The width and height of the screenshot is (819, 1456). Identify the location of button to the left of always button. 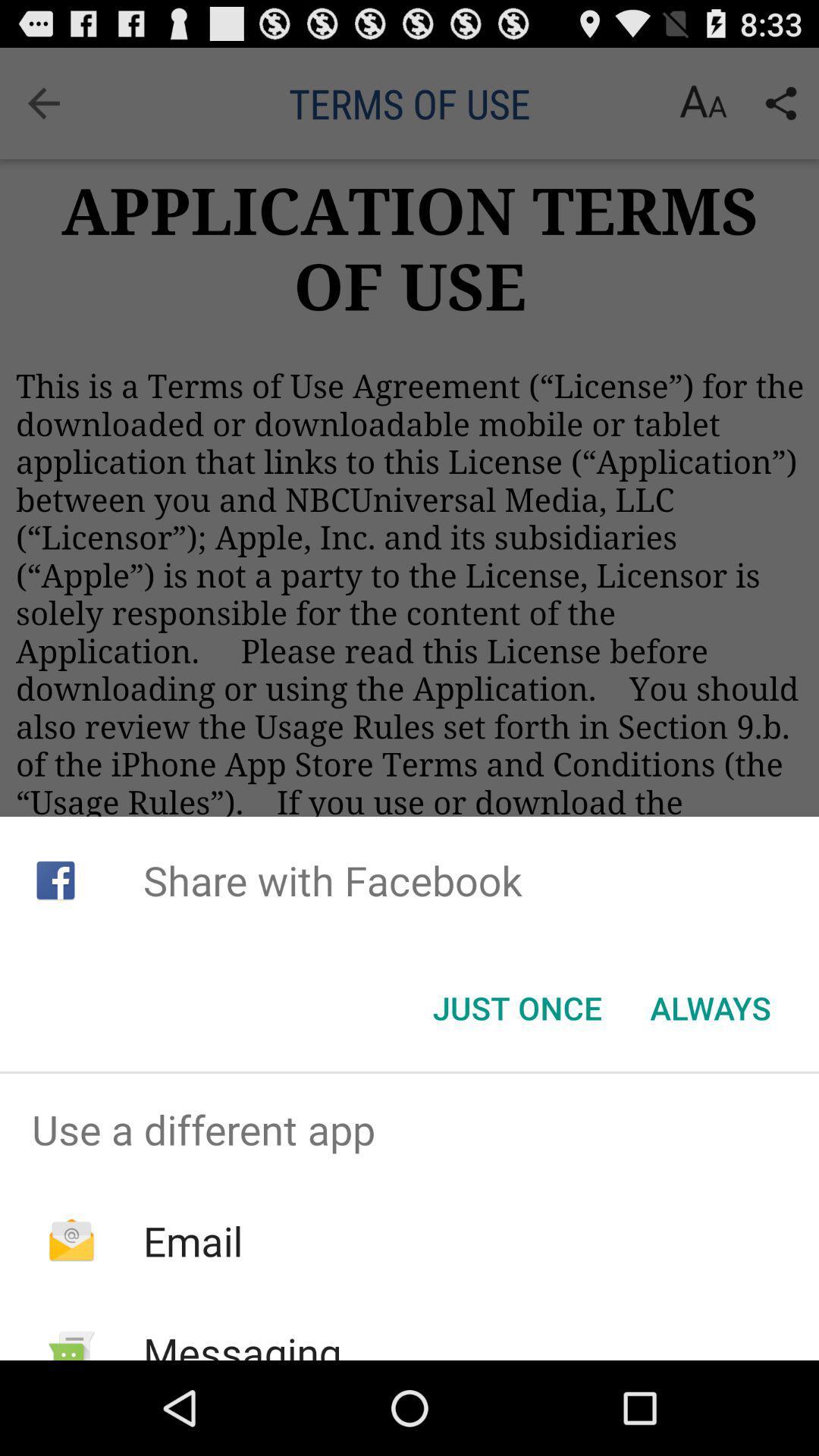
(516, 1008).